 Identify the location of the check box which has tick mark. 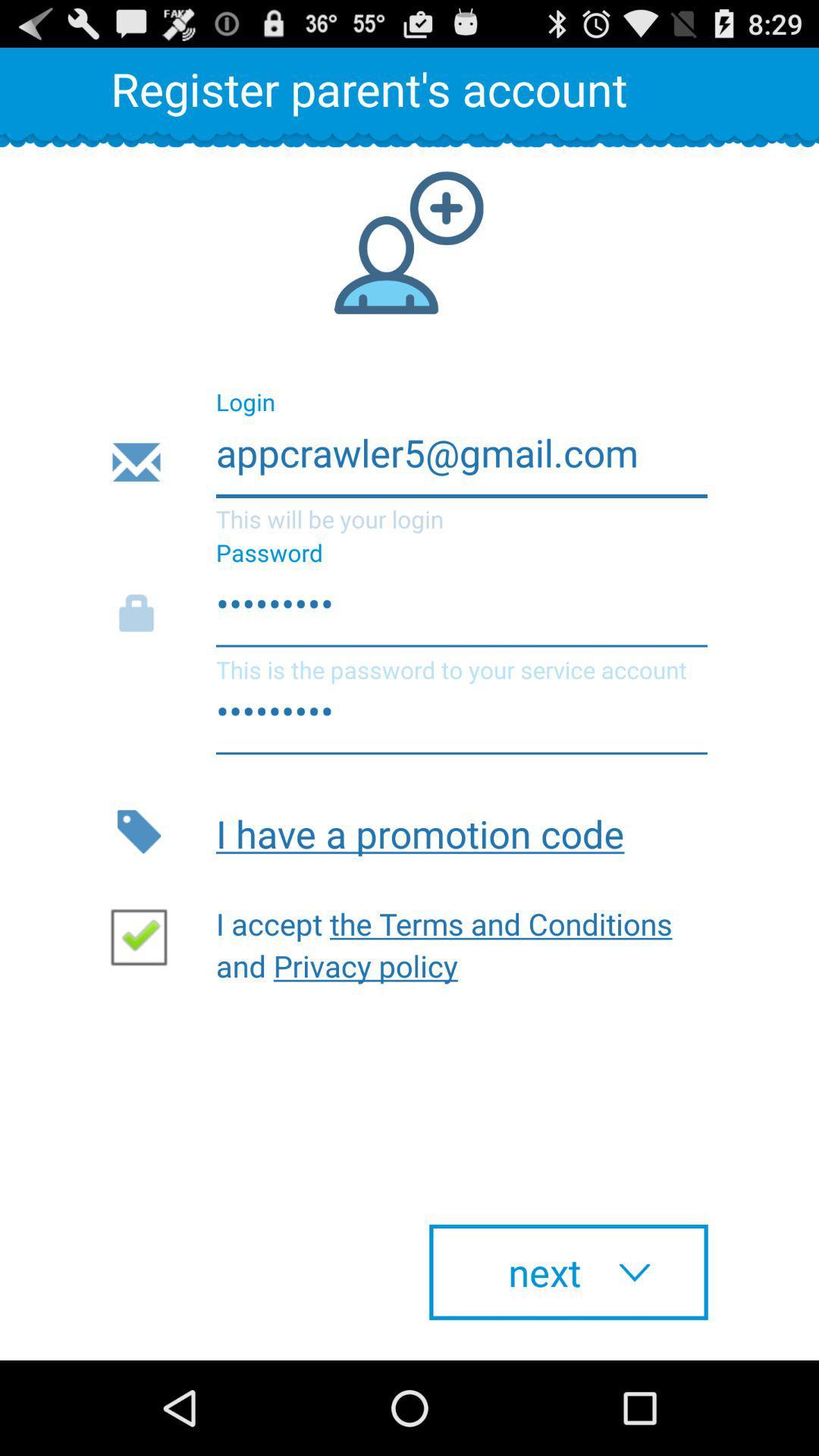
(146, 935).